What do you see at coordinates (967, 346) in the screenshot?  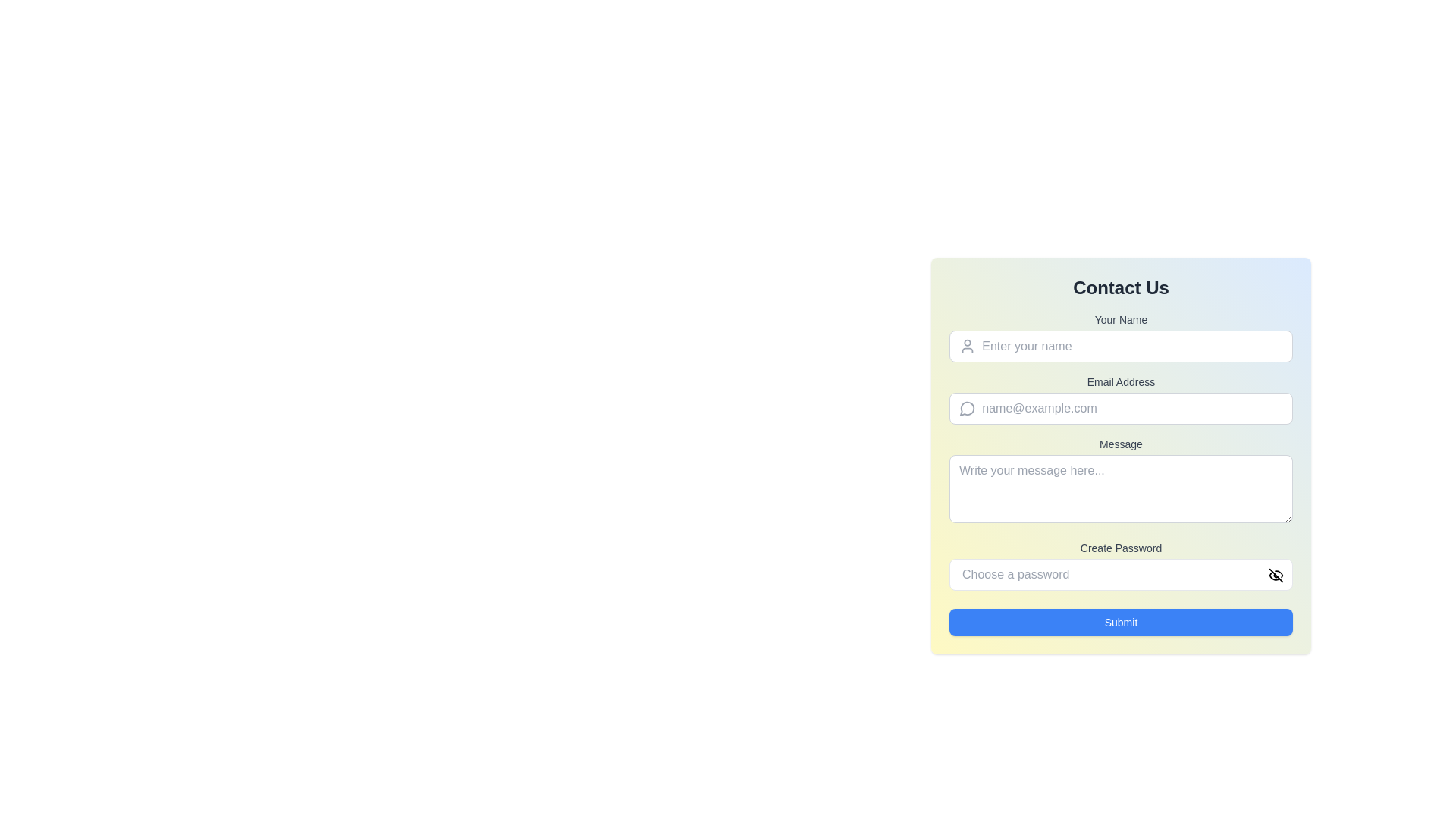 I see `the user icon, which is a simple line illustration of a person with a light gray outline, located to the left of the text input field for entering a user's name` at bounding box center [967, 346].